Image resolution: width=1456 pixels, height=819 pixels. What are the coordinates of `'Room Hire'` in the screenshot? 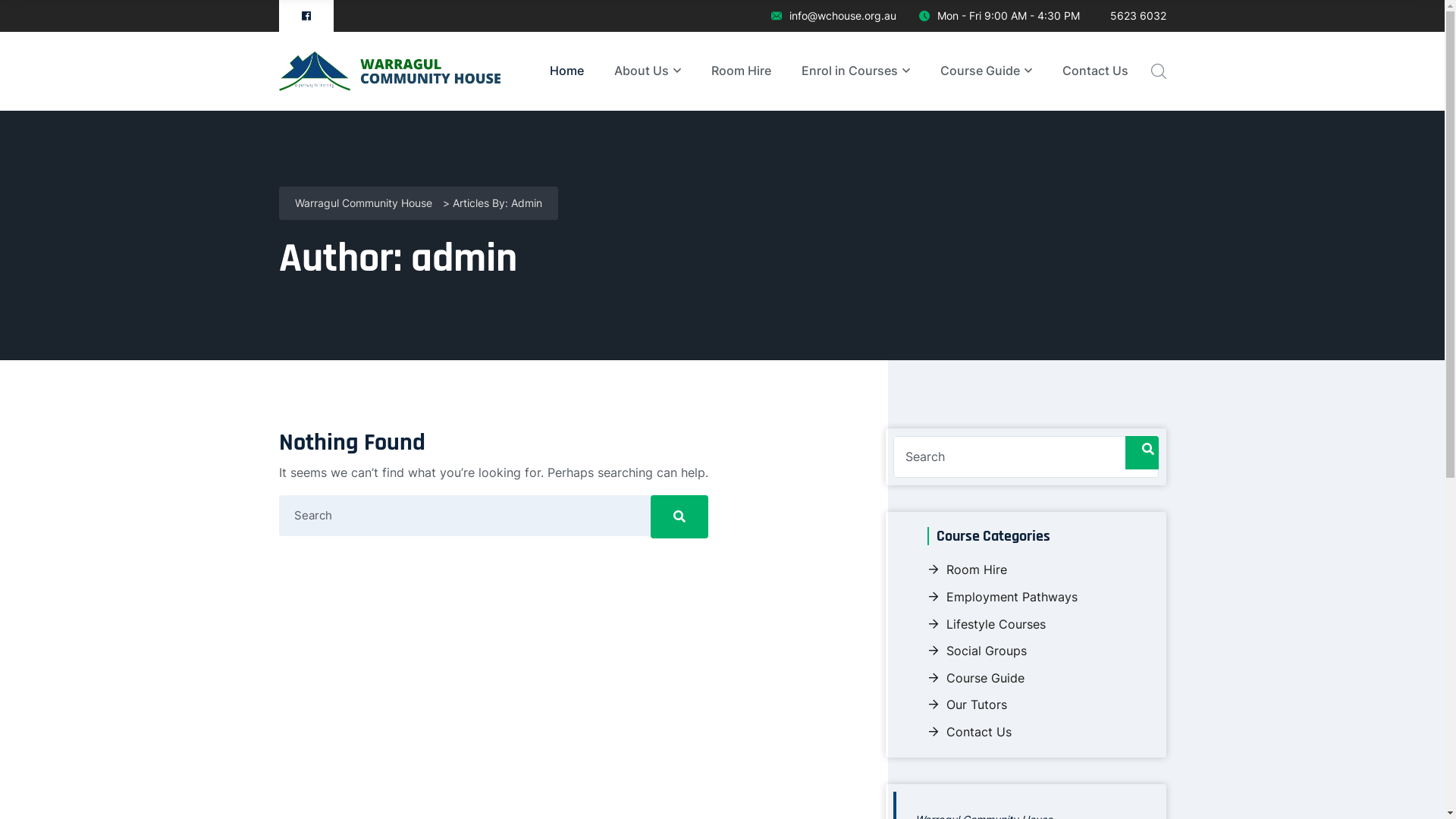 It's located at (965, 570).